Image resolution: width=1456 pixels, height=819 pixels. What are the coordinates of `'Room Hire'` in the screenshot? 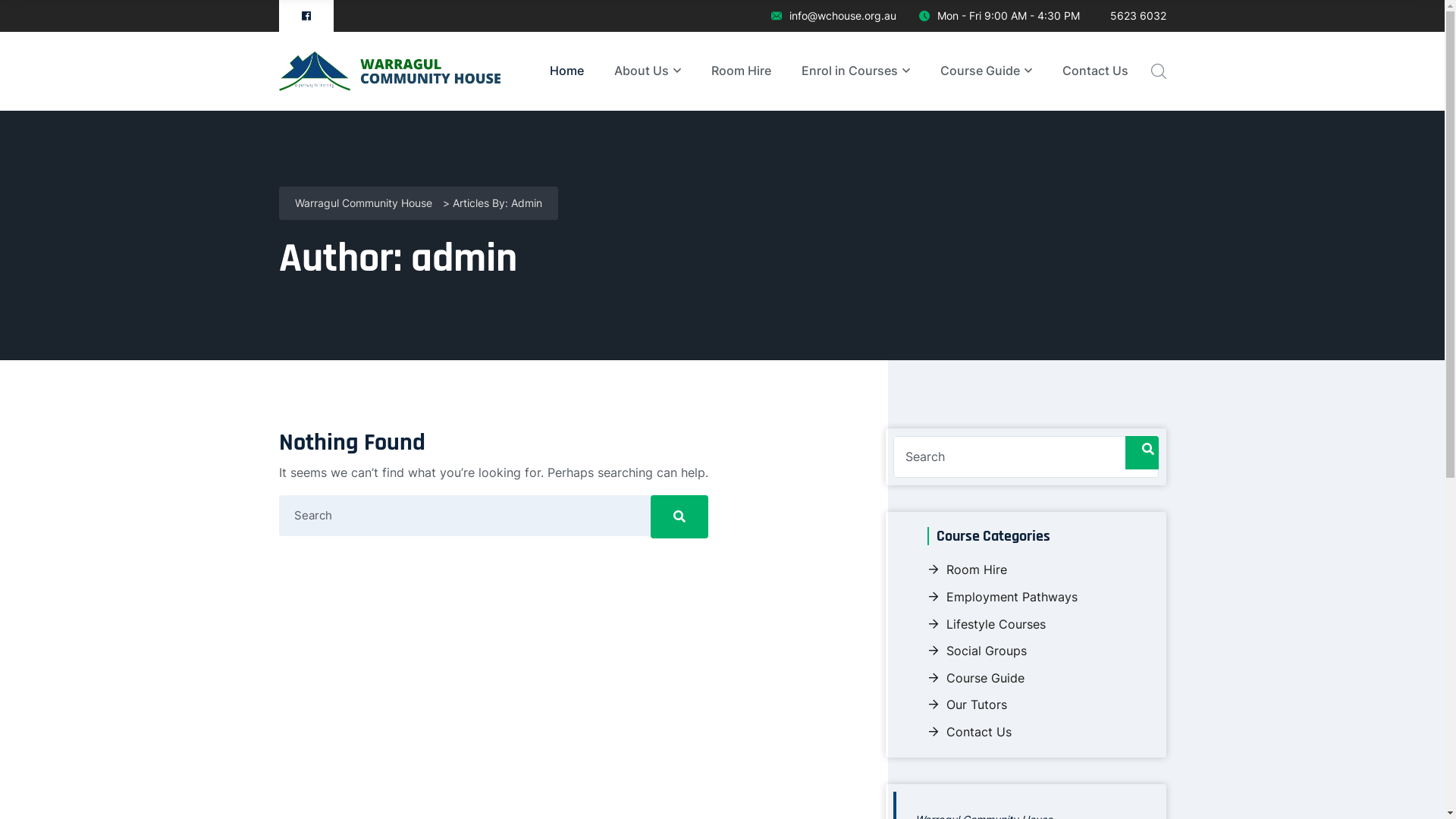 It's located at (965, 570).